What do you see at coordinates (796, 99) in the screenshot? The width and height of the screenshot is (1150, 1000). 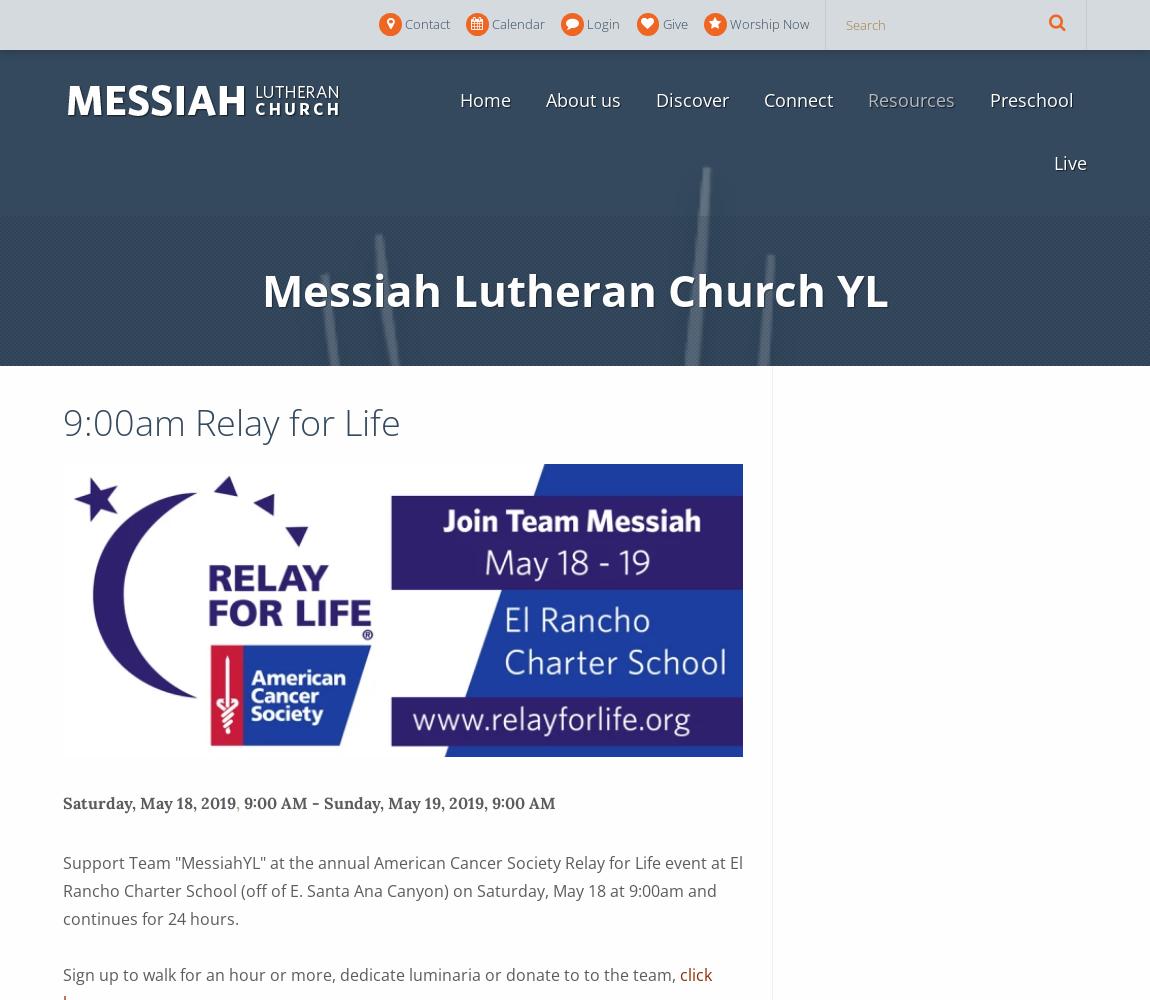 I see `'Connect'` at bounding box center [796, 99].